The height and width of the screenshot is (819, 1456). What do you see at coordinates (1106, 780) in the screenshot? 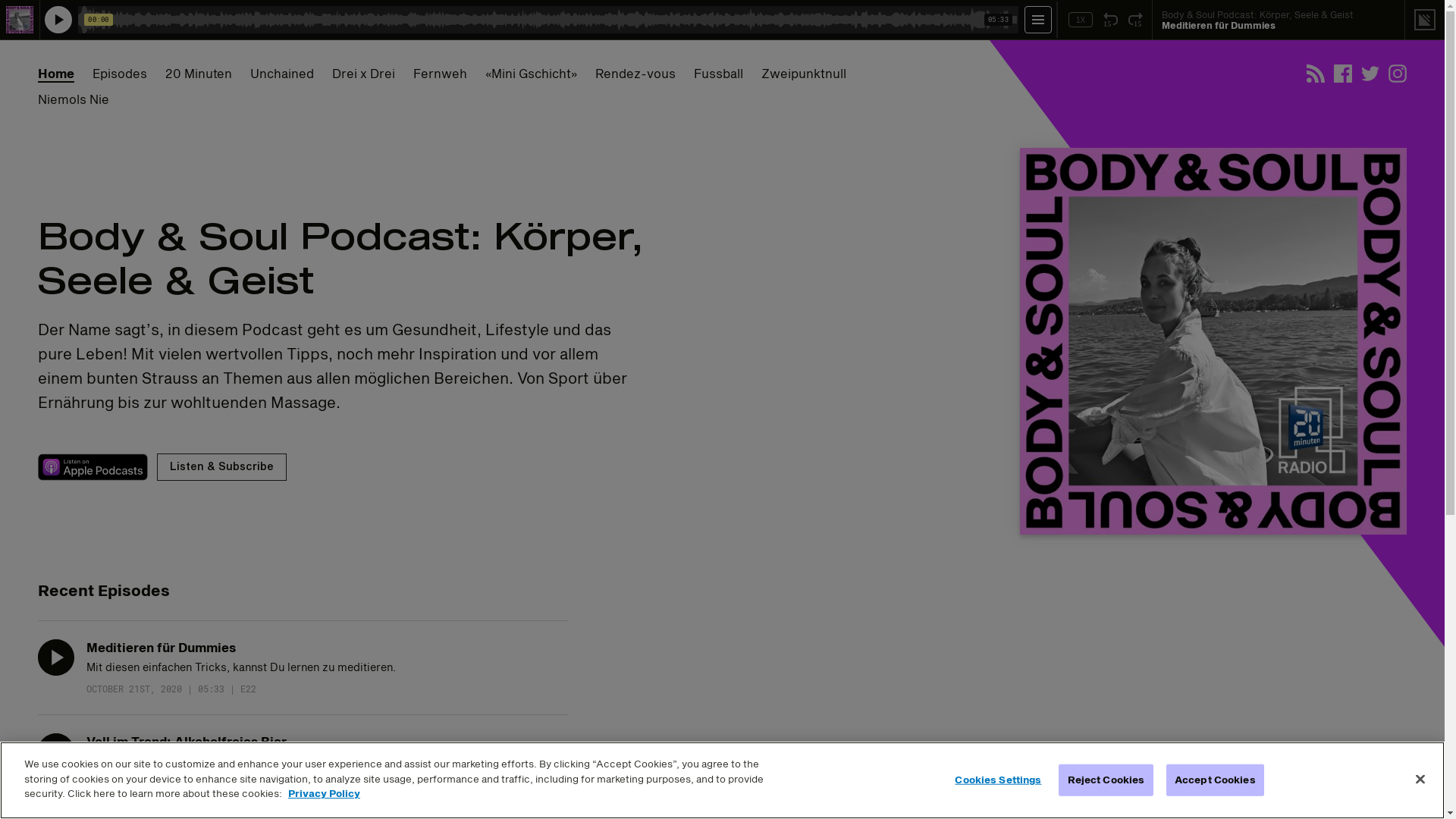
I see `'Reject Cookies'` at bounding box center [1106, 780].